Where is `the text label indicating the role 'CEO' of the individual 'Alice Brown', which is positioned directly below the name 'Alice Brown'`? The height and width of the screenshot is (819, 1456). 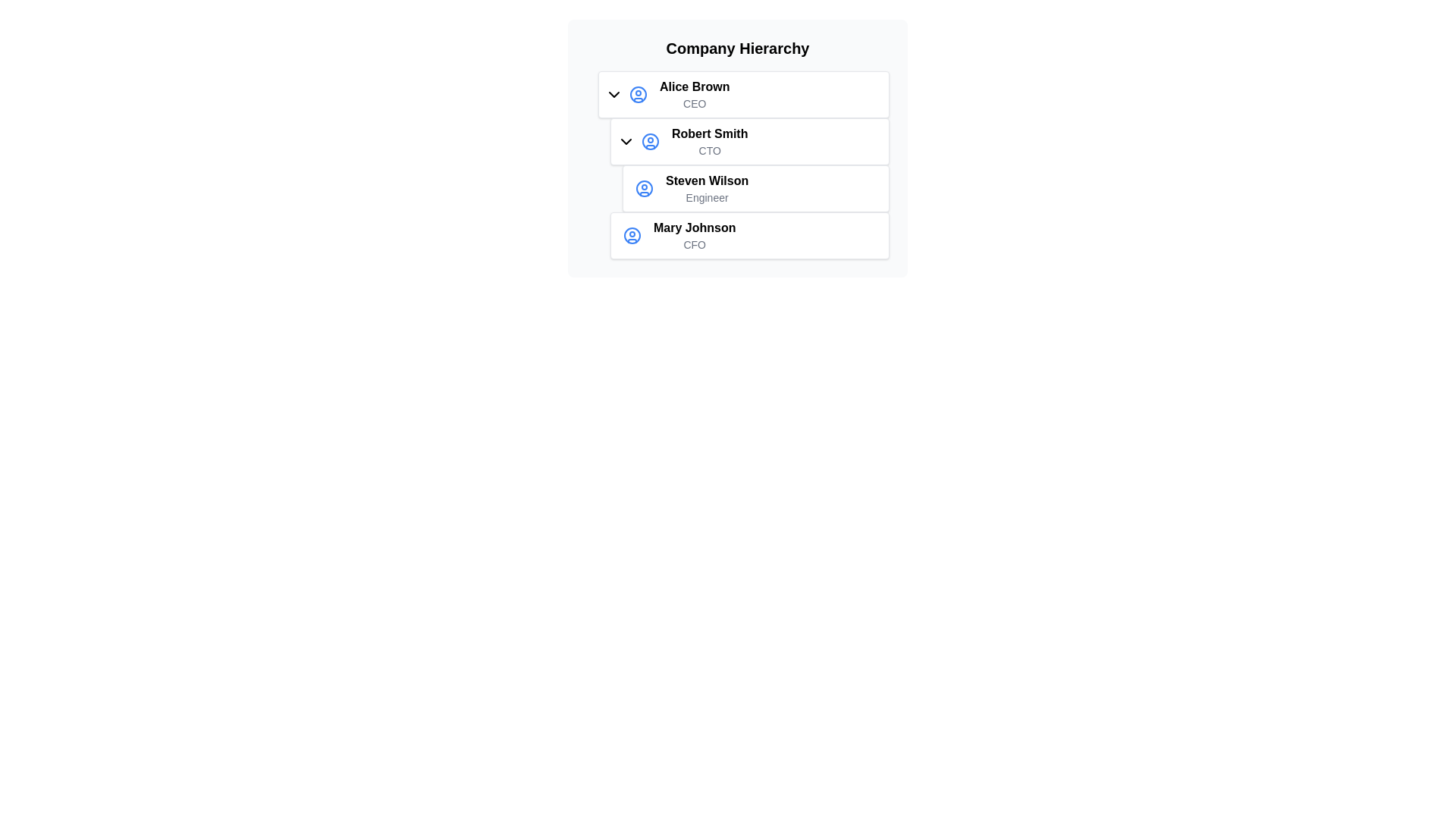 the text label indicating the role 'CEO' of the individual 'Alice Brown', which is positioned directly below the name 'Alice Brown' is located at coordinates (694, 103).